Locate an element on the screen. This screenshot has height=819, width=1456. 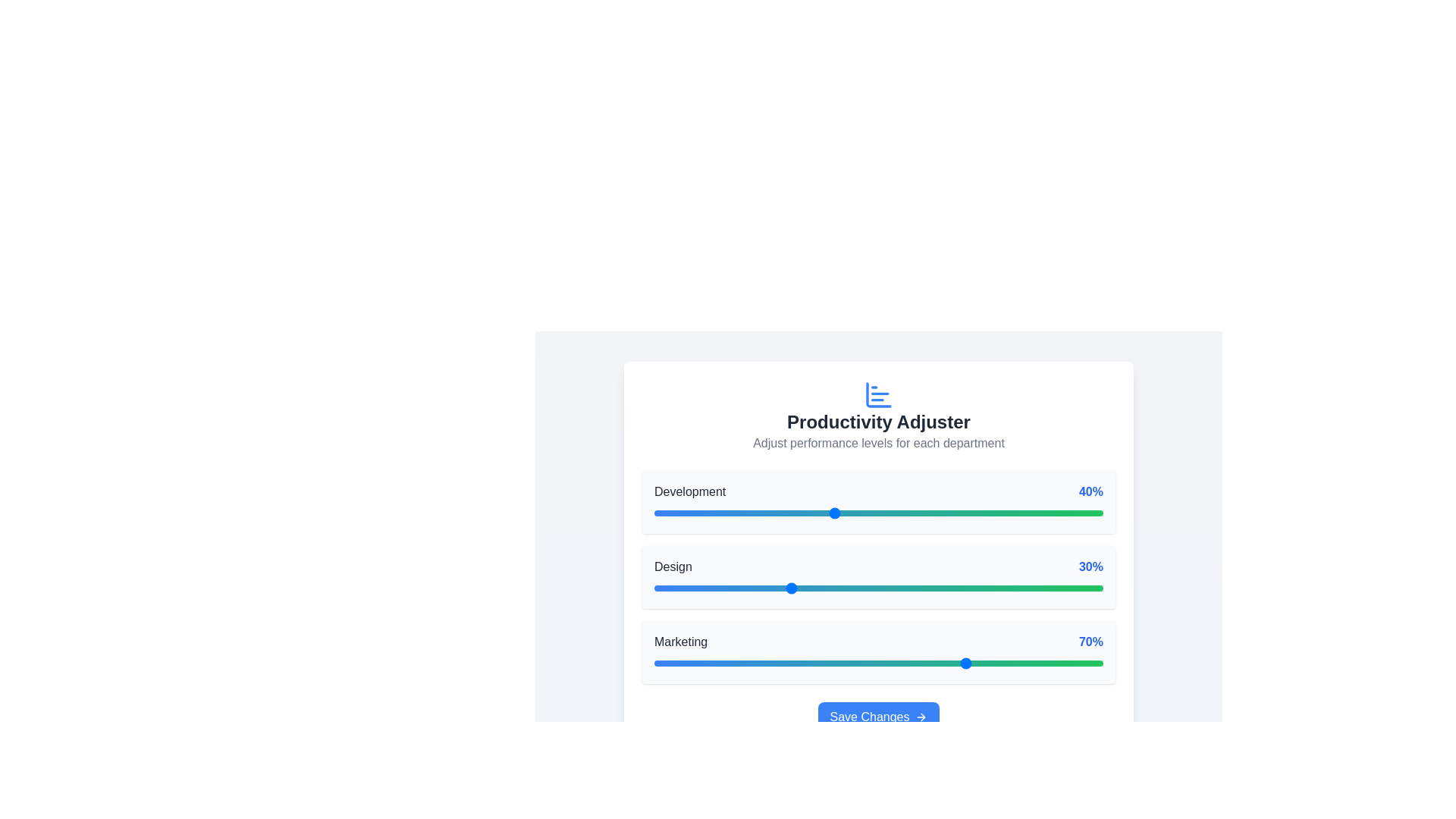
the thumb control of the horizontal slider located below the 'Design 30%' label is located at coordinates (878, 587).